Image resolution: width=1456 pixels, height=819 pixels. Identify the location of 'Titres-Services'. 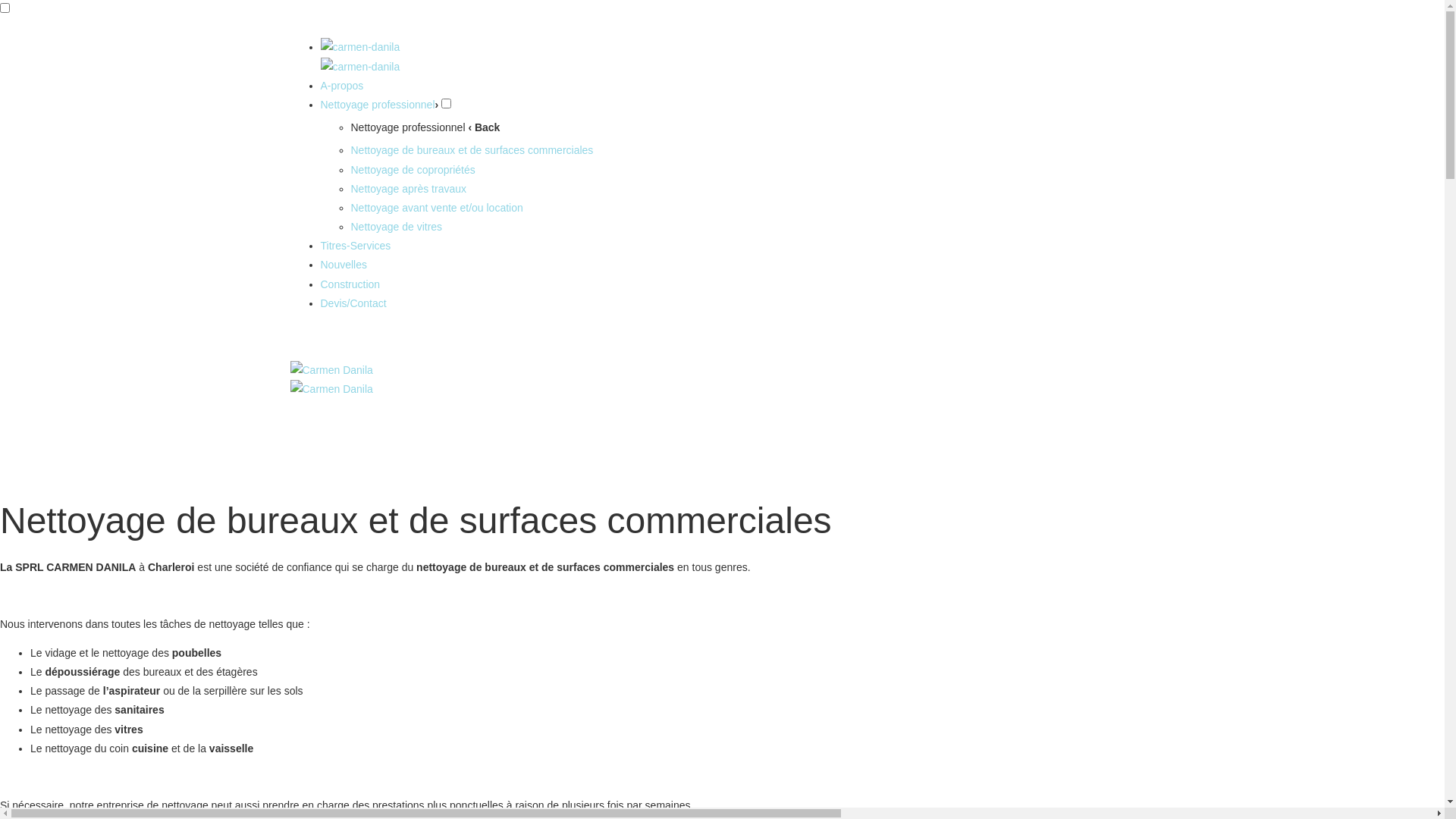
(319, 245).